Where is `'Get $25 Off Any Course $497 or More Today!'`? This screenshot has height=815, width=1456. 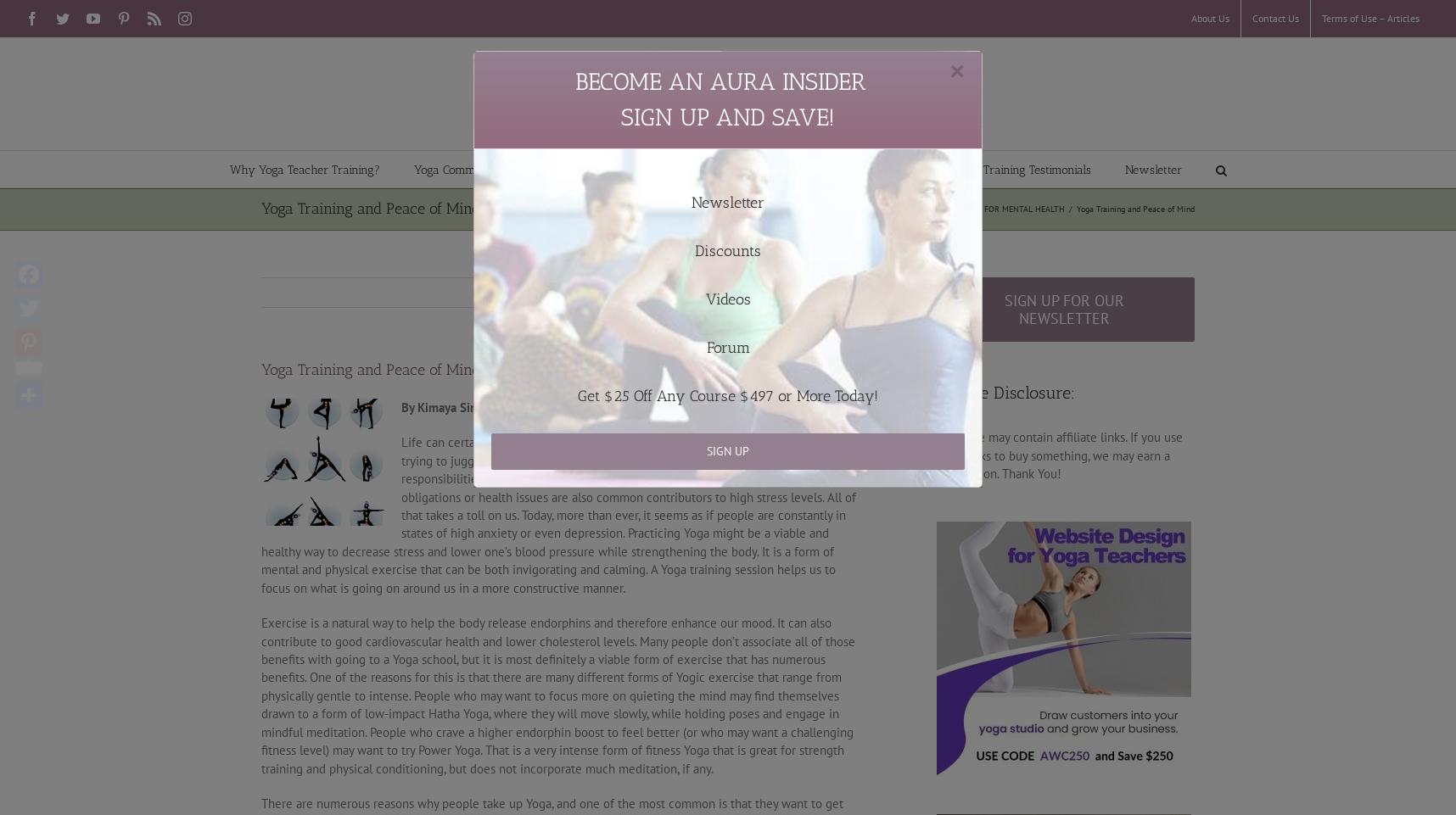 'Get $25 Off Any Course $497 or More Today!' is located at coordinates (728, 395).